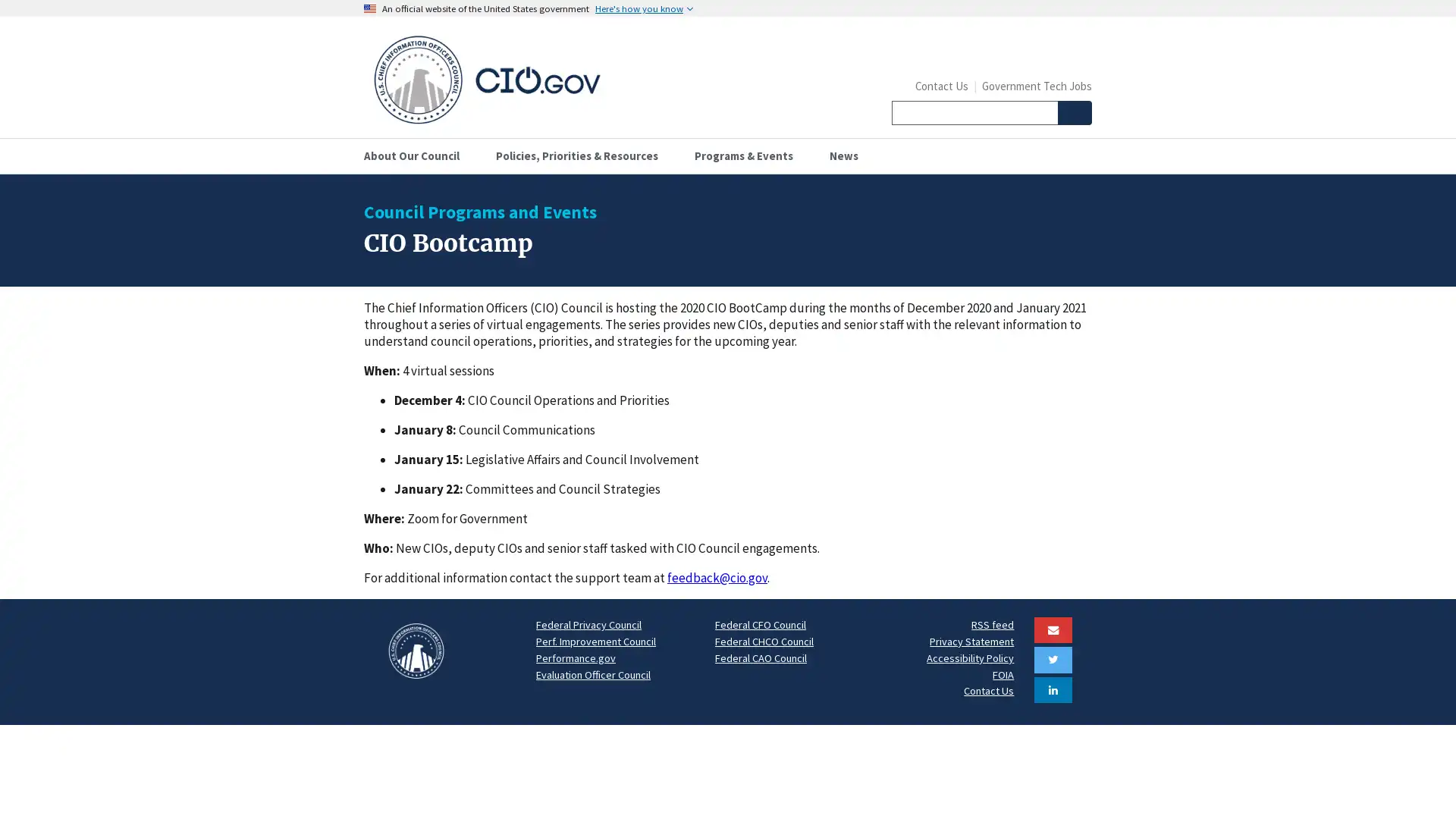  Describe the element at coordinates (582, 155) in the screenshot. I see `Policies, Priorities & Resources` at that location.